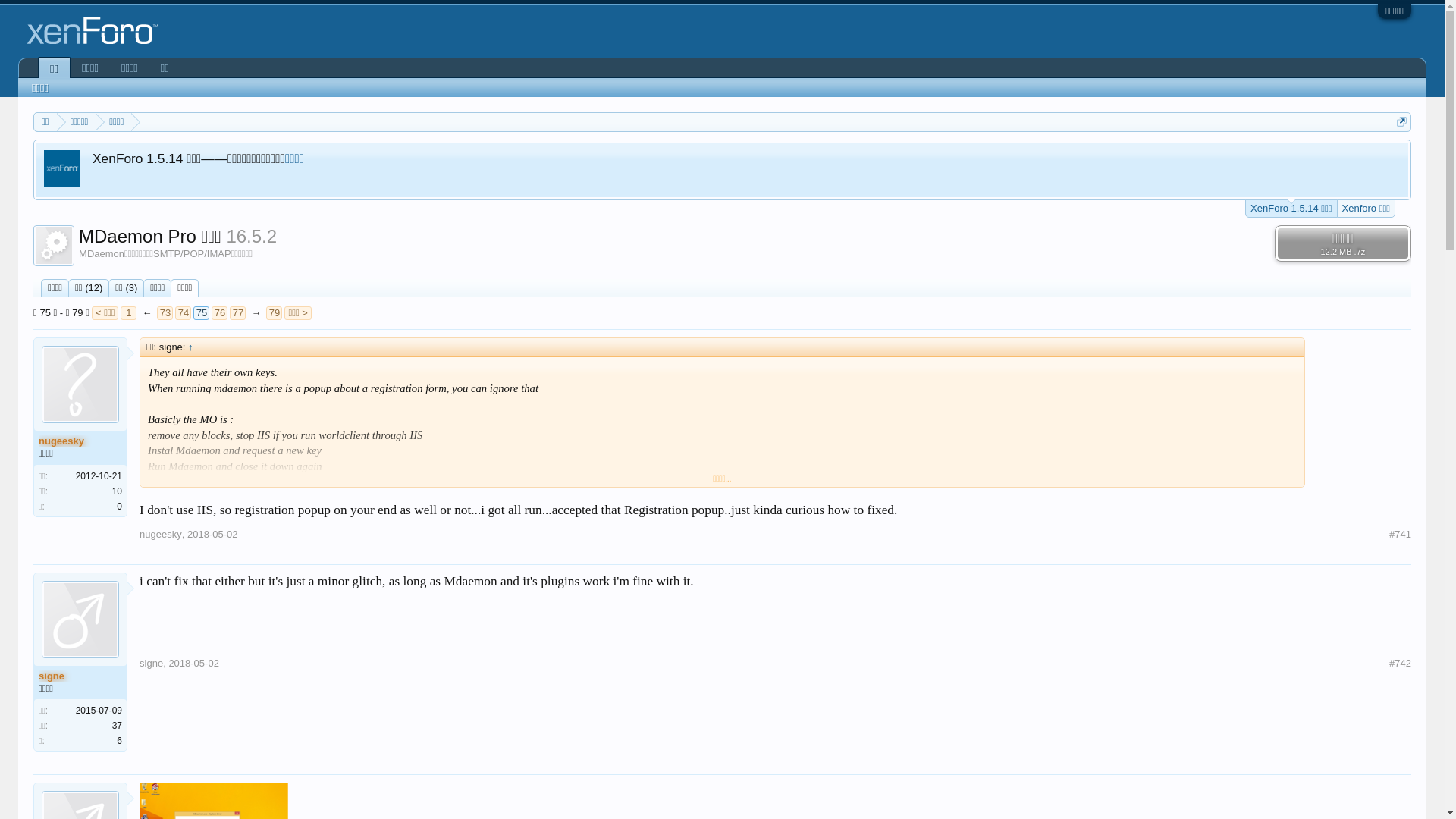  Describe the element at coordinates (116, 724) in the screenshot. I see `'37'` at that location.